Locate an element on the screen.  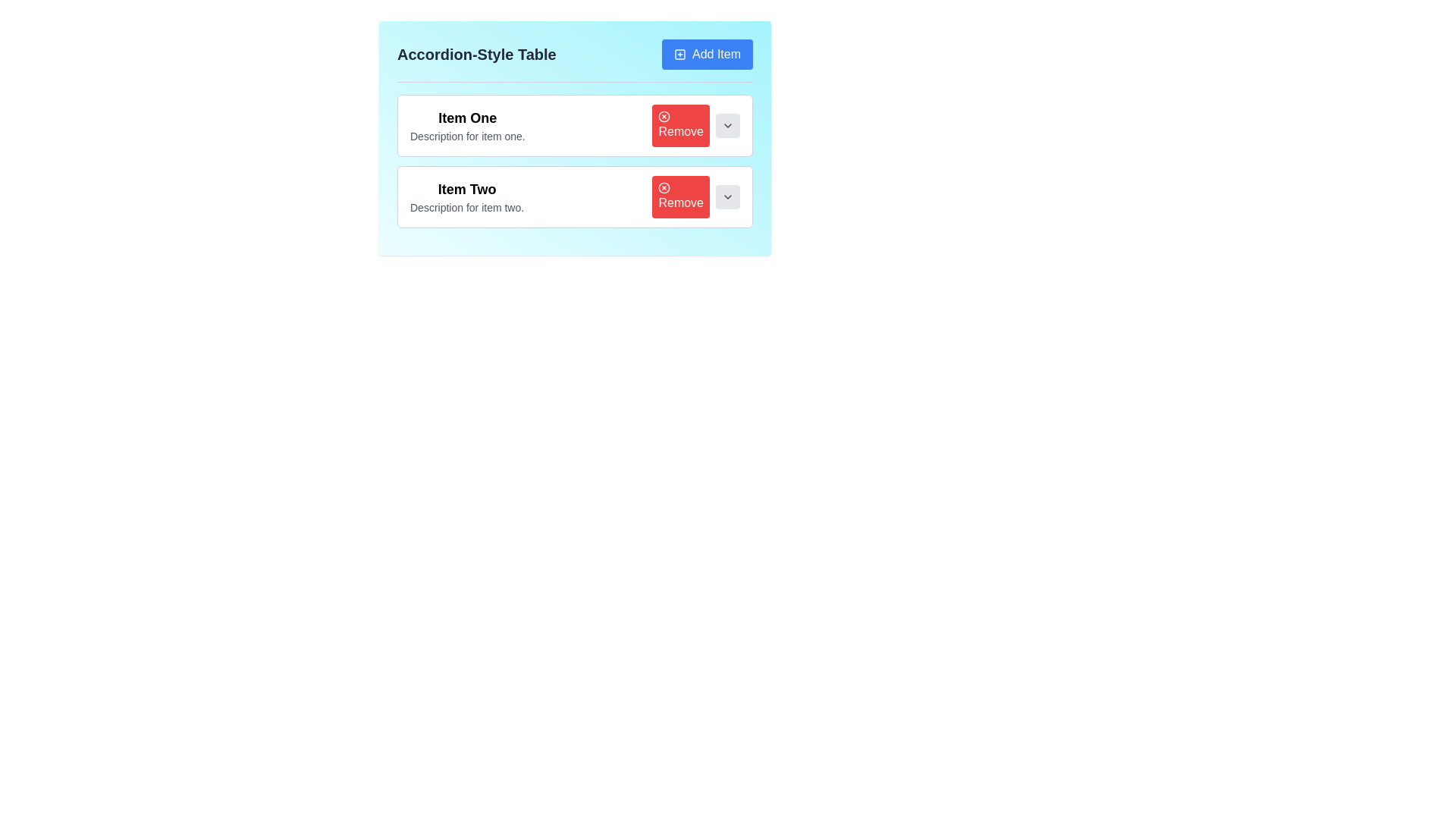
the 'Item Two' text label, which is a bold, large-sized text emphasizing its importance in the interface, located in the lower item row of the list is located at coordinates (466, 189).